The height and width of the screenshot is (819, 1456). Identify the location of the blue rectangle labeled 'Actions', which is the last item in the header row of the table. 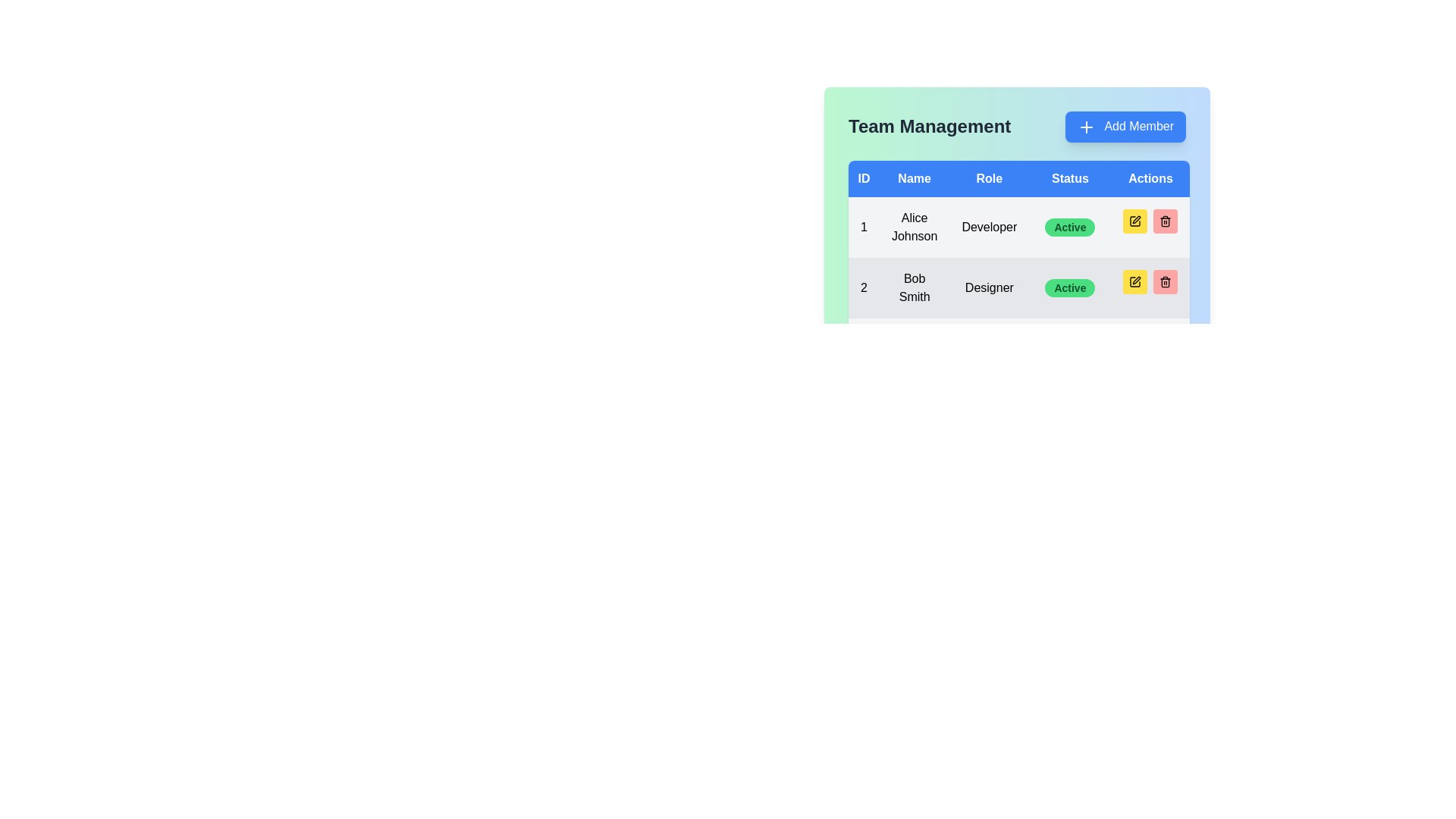
(1150, 177).